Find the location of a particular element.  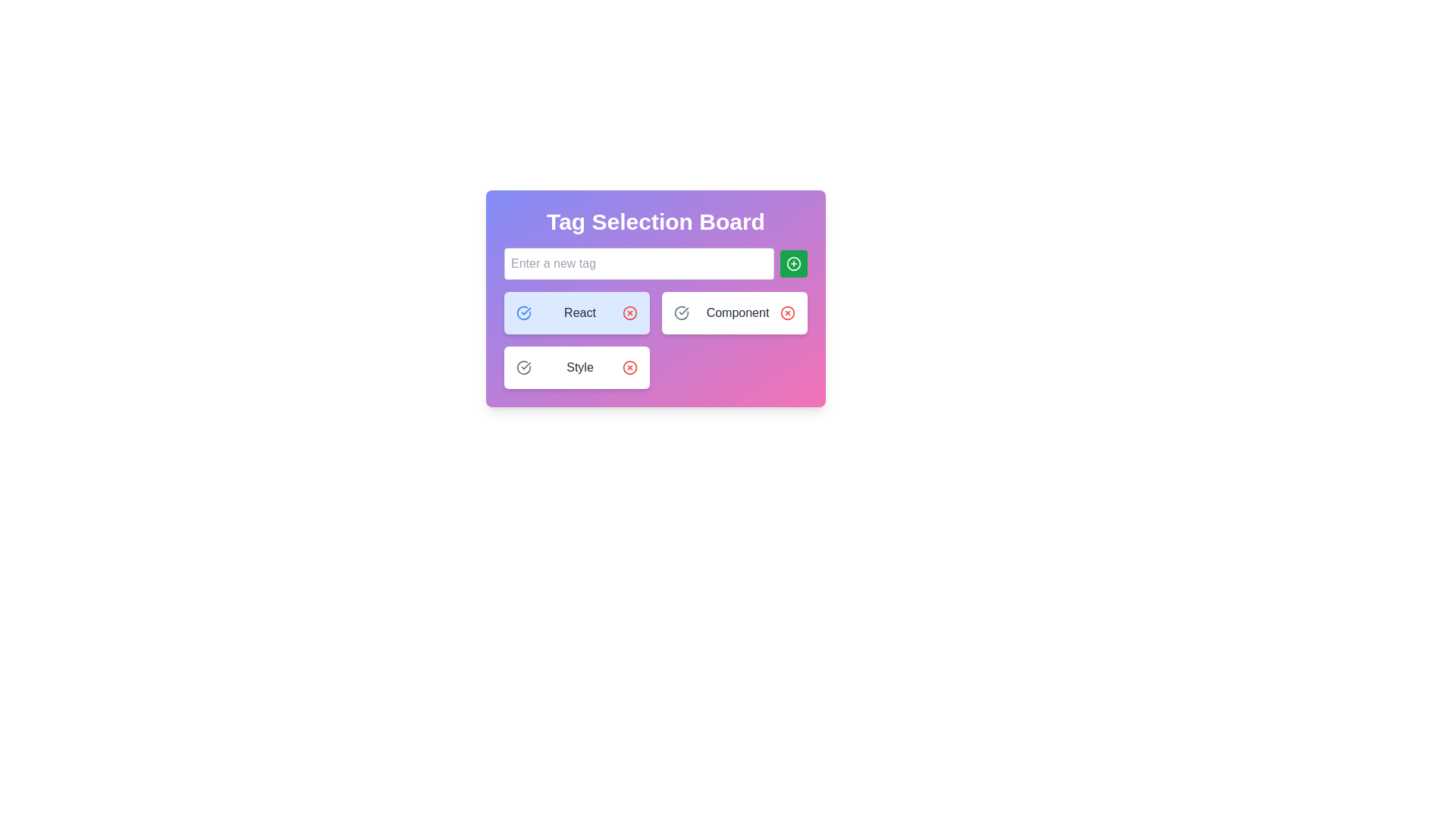

the first Selectable tag button labeled 'React' with a light blue background and a blue checkmark icon is located at coordinates (576, 312).